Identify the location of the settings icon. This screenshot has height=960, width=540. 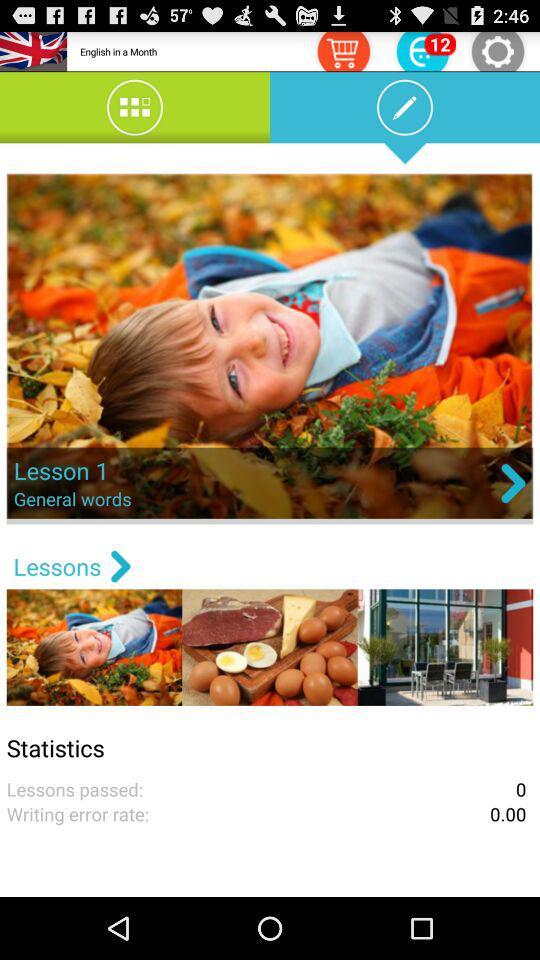
(496, 53).